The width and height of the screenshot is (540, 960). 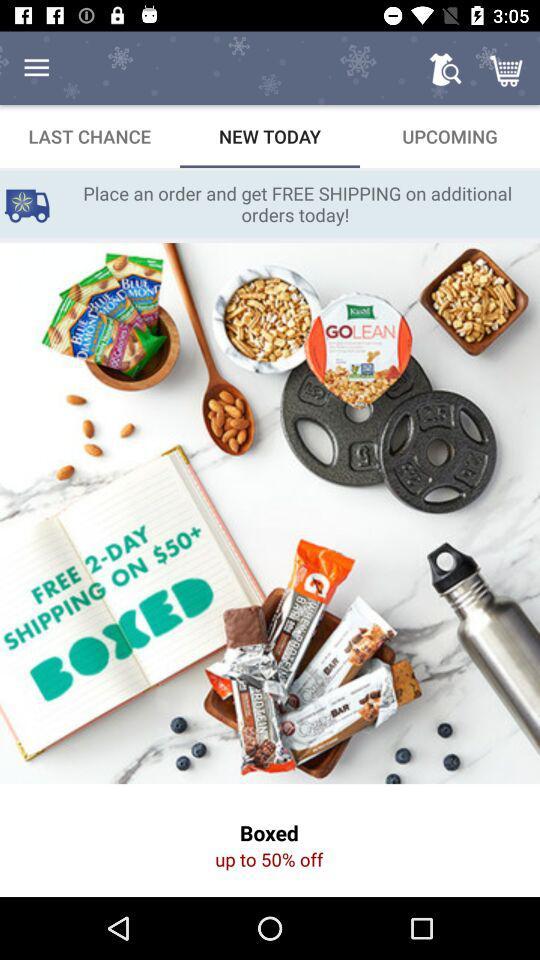 I want to click on the icon above the upcoming, so click(x=445, y=68).